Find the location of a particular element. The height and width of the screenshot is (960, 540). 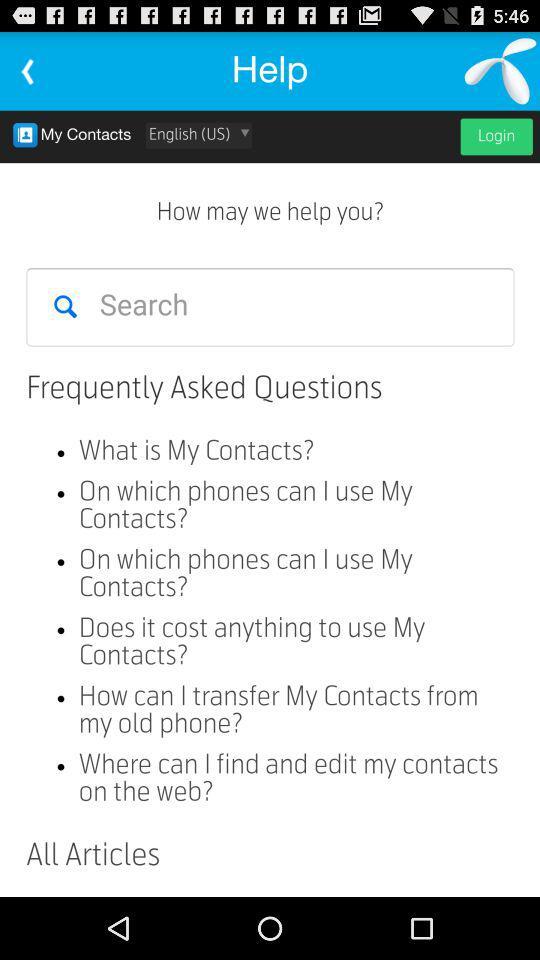

faq 's is located at coordinates (270, 502).